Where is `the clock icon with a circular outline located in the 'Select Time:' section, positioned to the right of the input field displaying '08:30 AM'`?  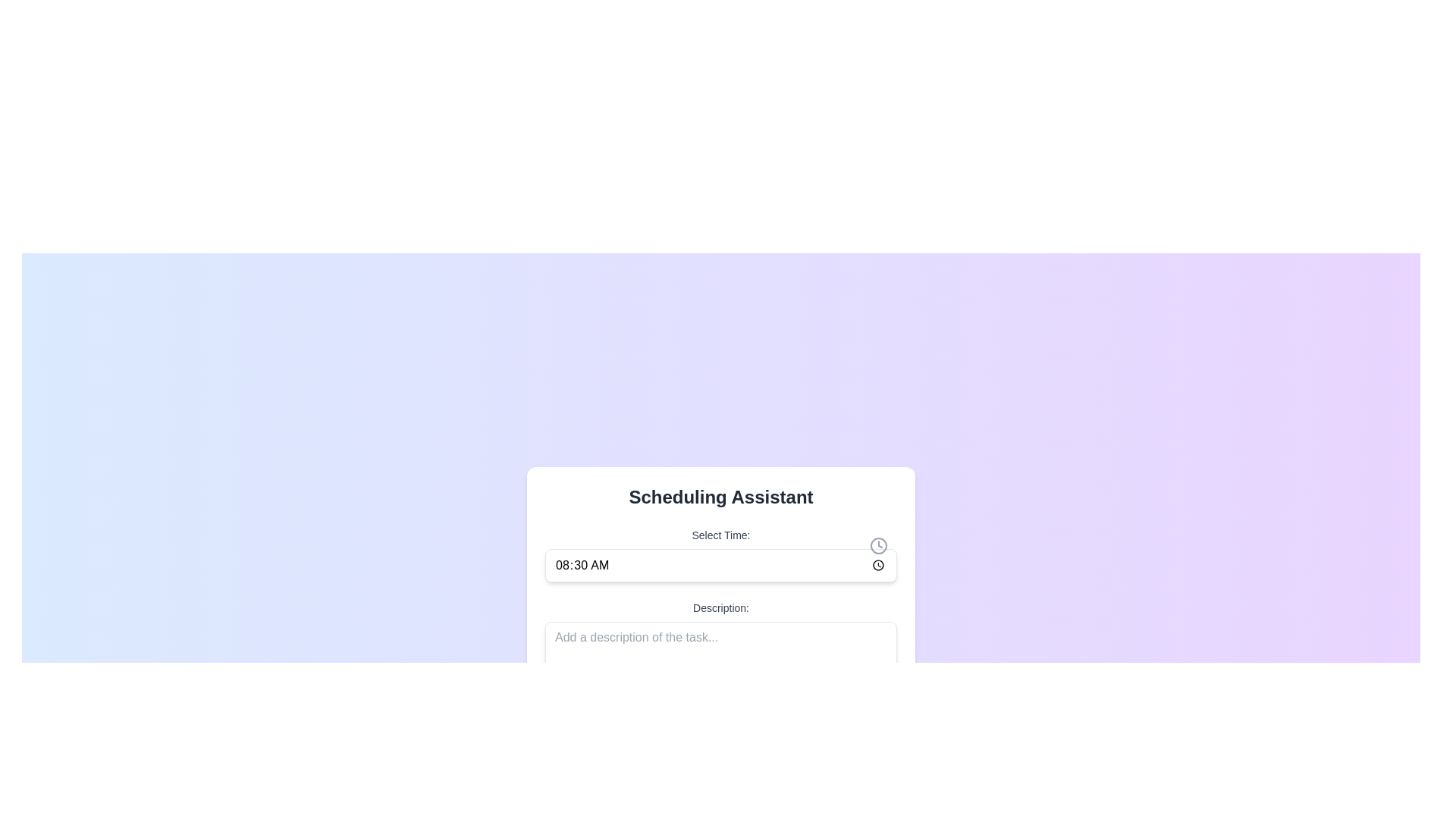 the clock icon with a circular outline located in the 'Select Time:' section, positioned to the right of the input field displaying '08:30 AM' is located at coordinates (878, 544).